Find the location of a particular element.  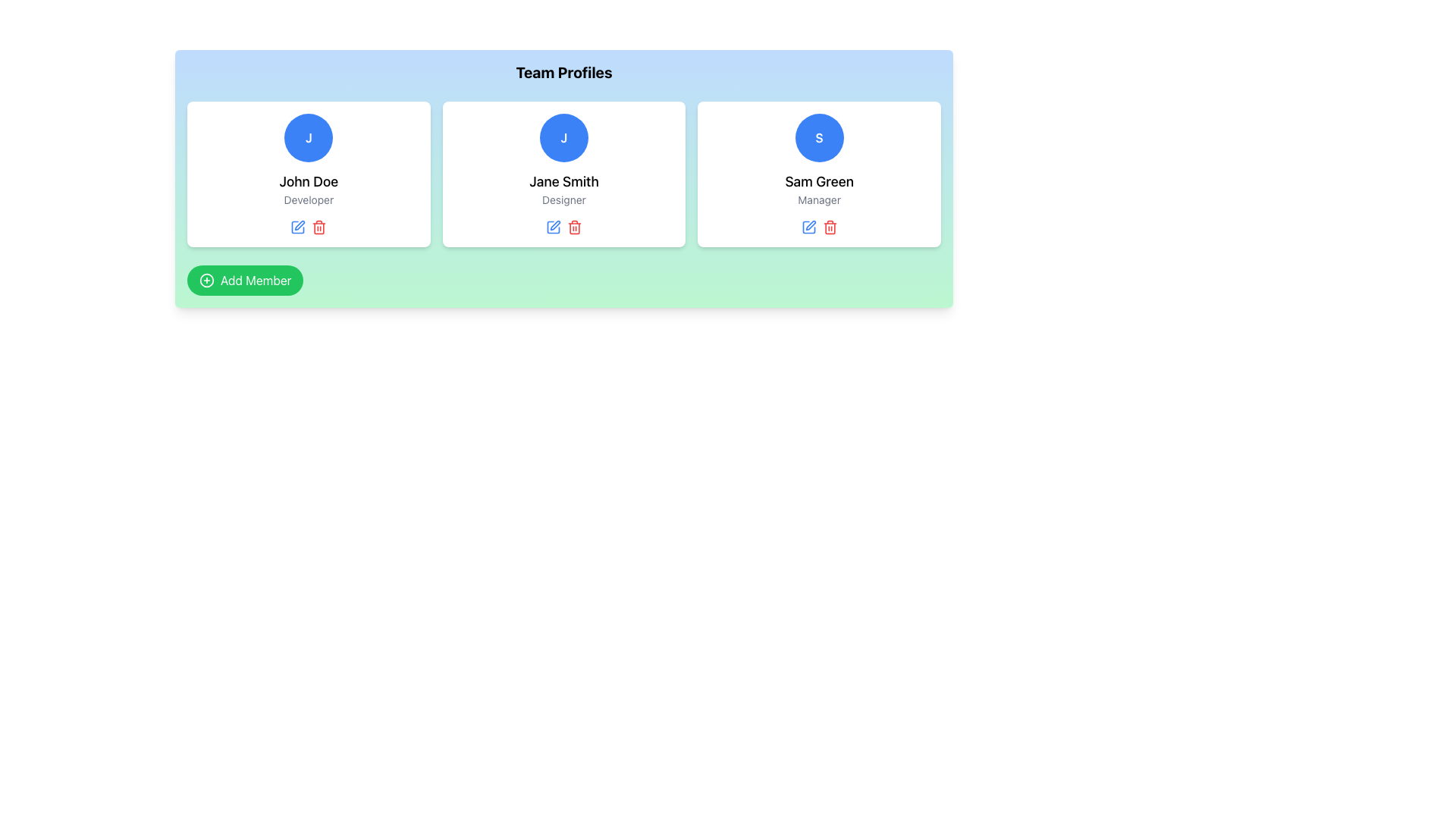

the textual content displaying 'Sam Green' and 'Manager' within the third profile card in the 'Team Profiles' grid is located at coordinates (818, 189).